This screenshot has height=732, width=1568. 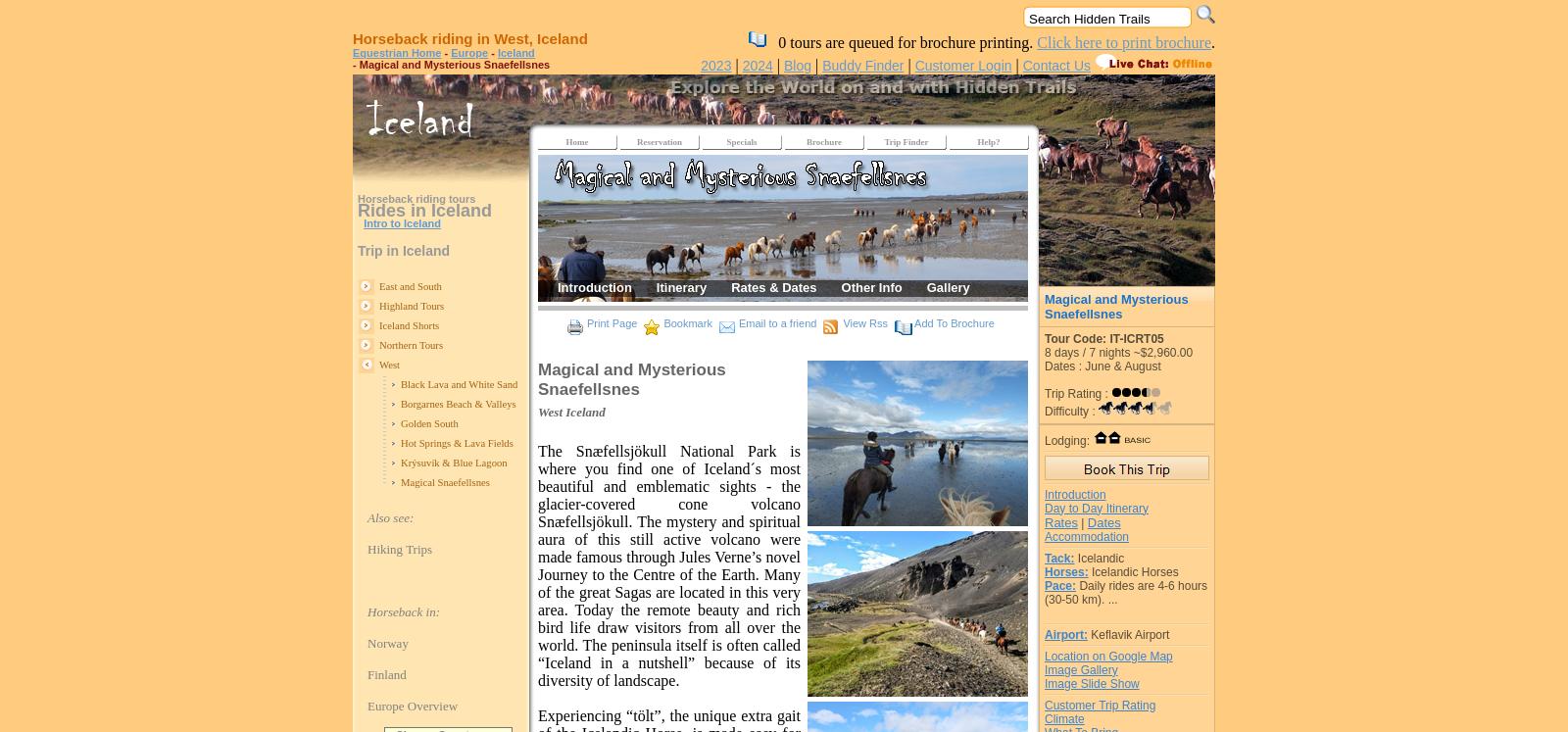 What do you see at coordinates (1045, 365) in the screenshot?
I see `'Dates :
        June & August'` at bounding box center [1045, 365].